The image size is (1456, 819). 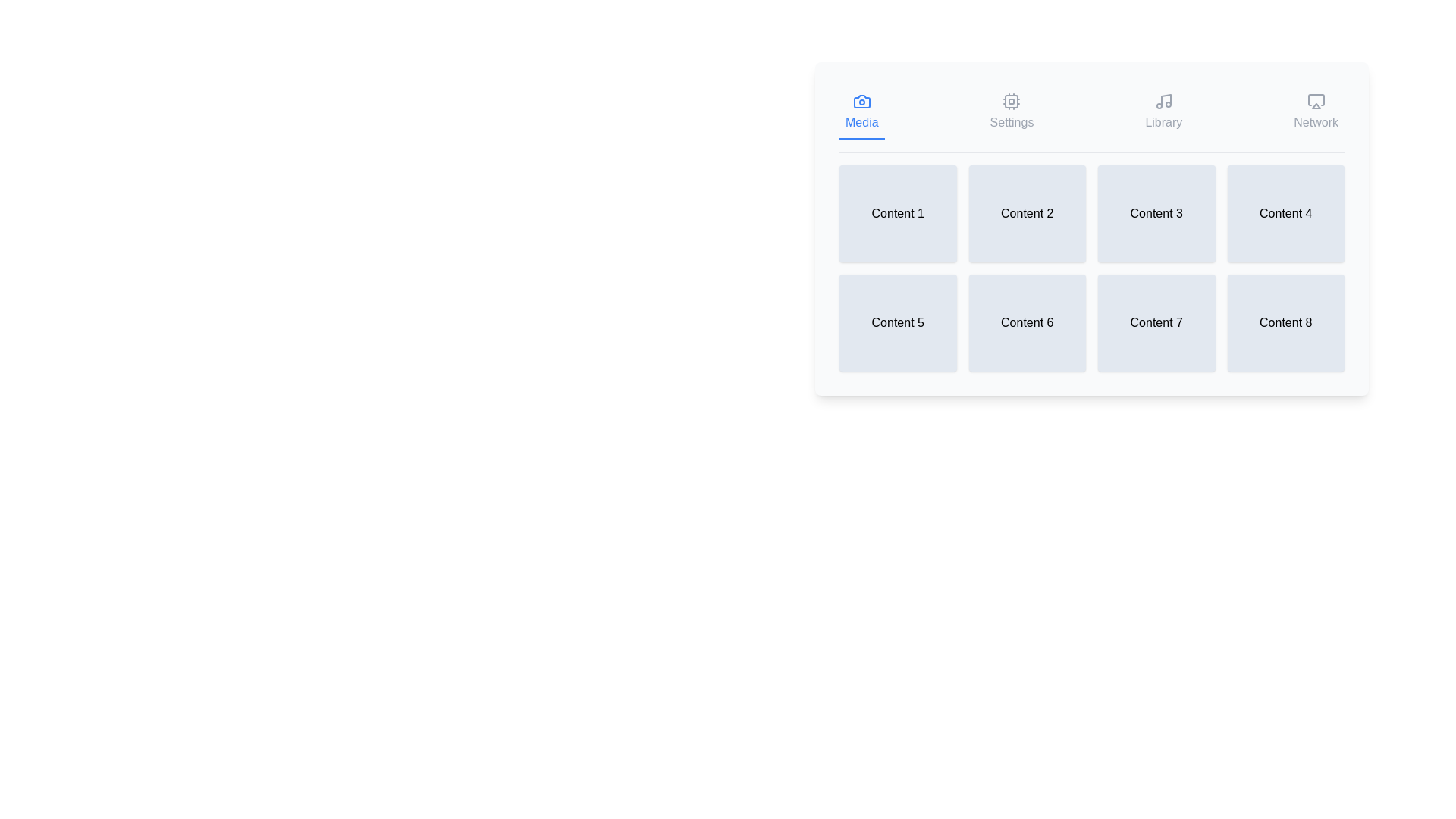 I want to click on the tab icon labeled Network to observe the tooltip or feedback, so click(x=1315, y=112).